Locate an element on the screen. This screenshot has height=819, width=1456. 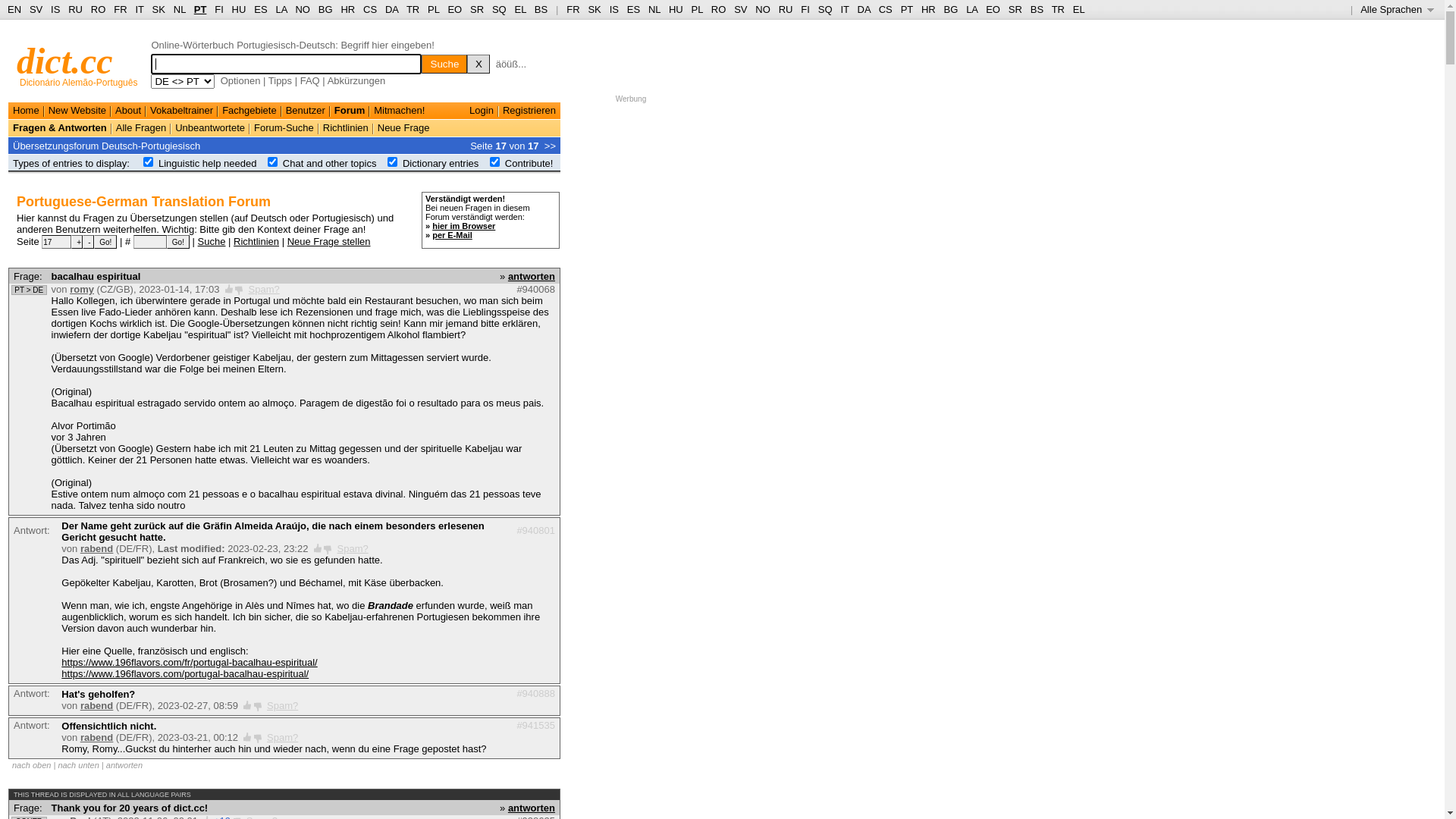
'RU' is located at coordinates (786, 9).